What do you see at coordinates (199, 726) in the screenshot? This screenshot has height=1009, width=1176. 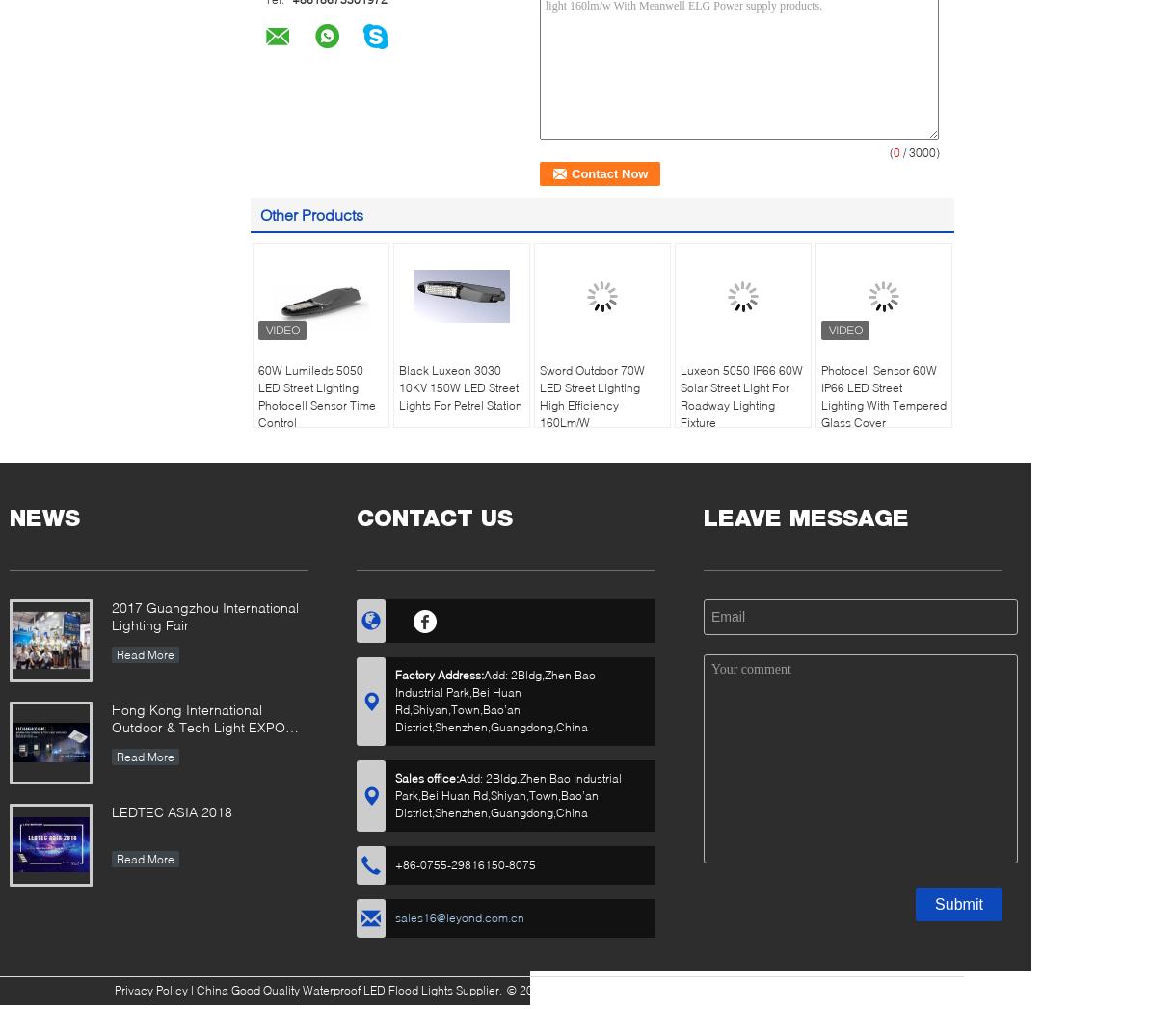 I see `'Hong Kong International Outdoor & Tech Light EXPO 2019'` at bounding box center [199, 726].